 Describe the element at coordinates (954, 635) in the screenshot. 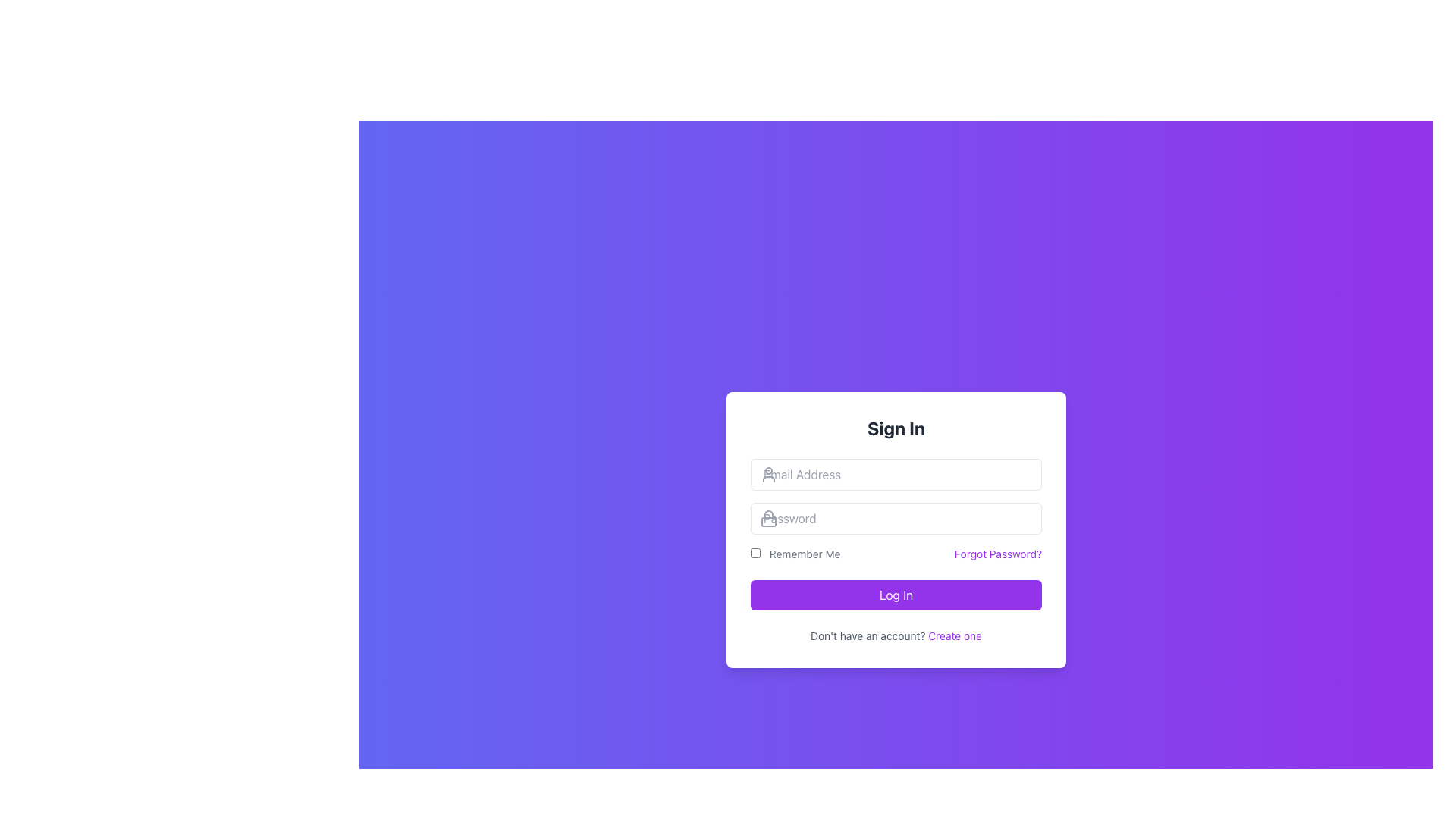

I see `the 'Create one' hyperlink located below the 'Log In' button in the sign-in form` at that location.